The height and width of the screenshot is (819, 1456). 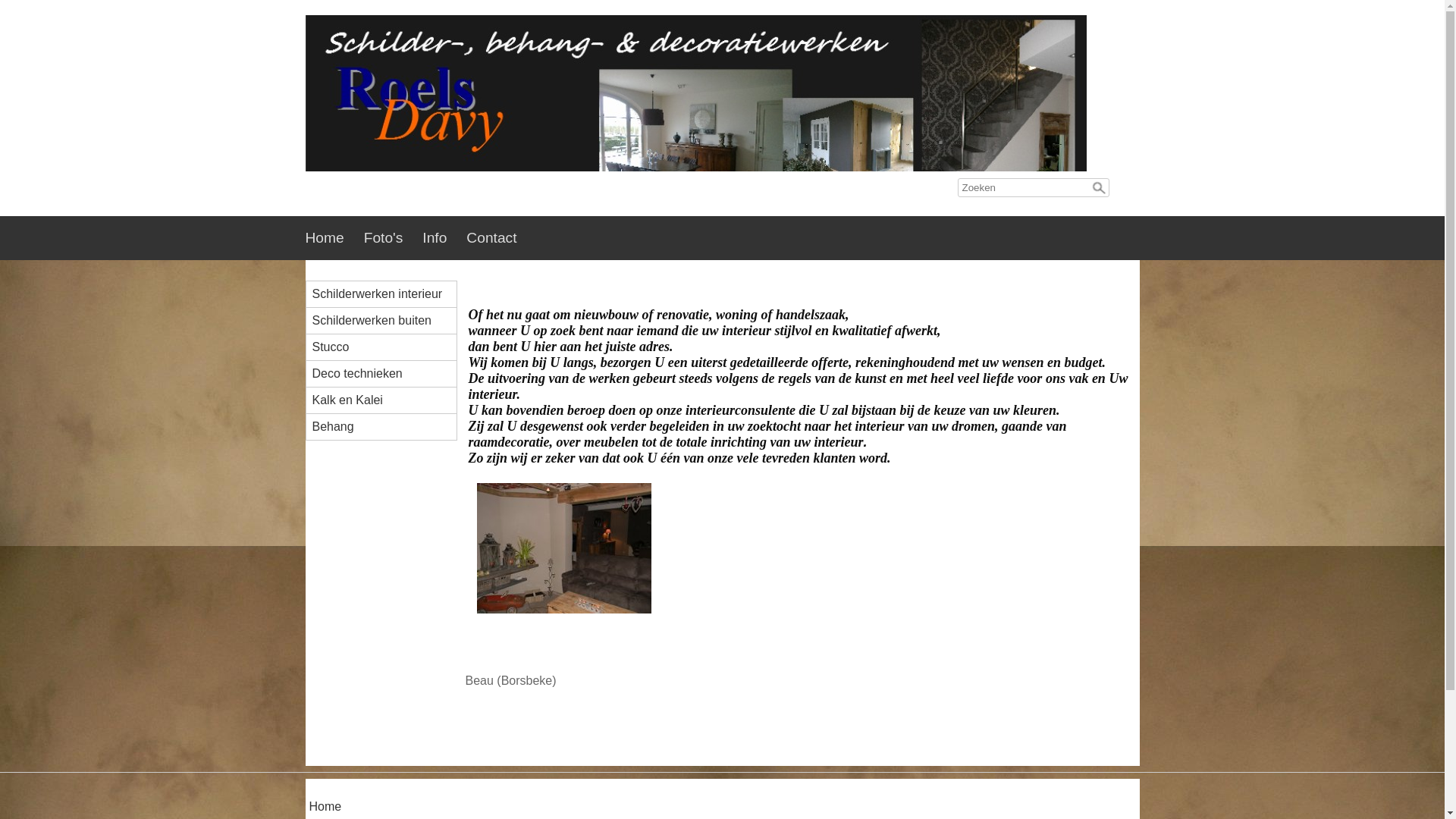 I want to click on 'Foto's', so click(x=393, y=237).